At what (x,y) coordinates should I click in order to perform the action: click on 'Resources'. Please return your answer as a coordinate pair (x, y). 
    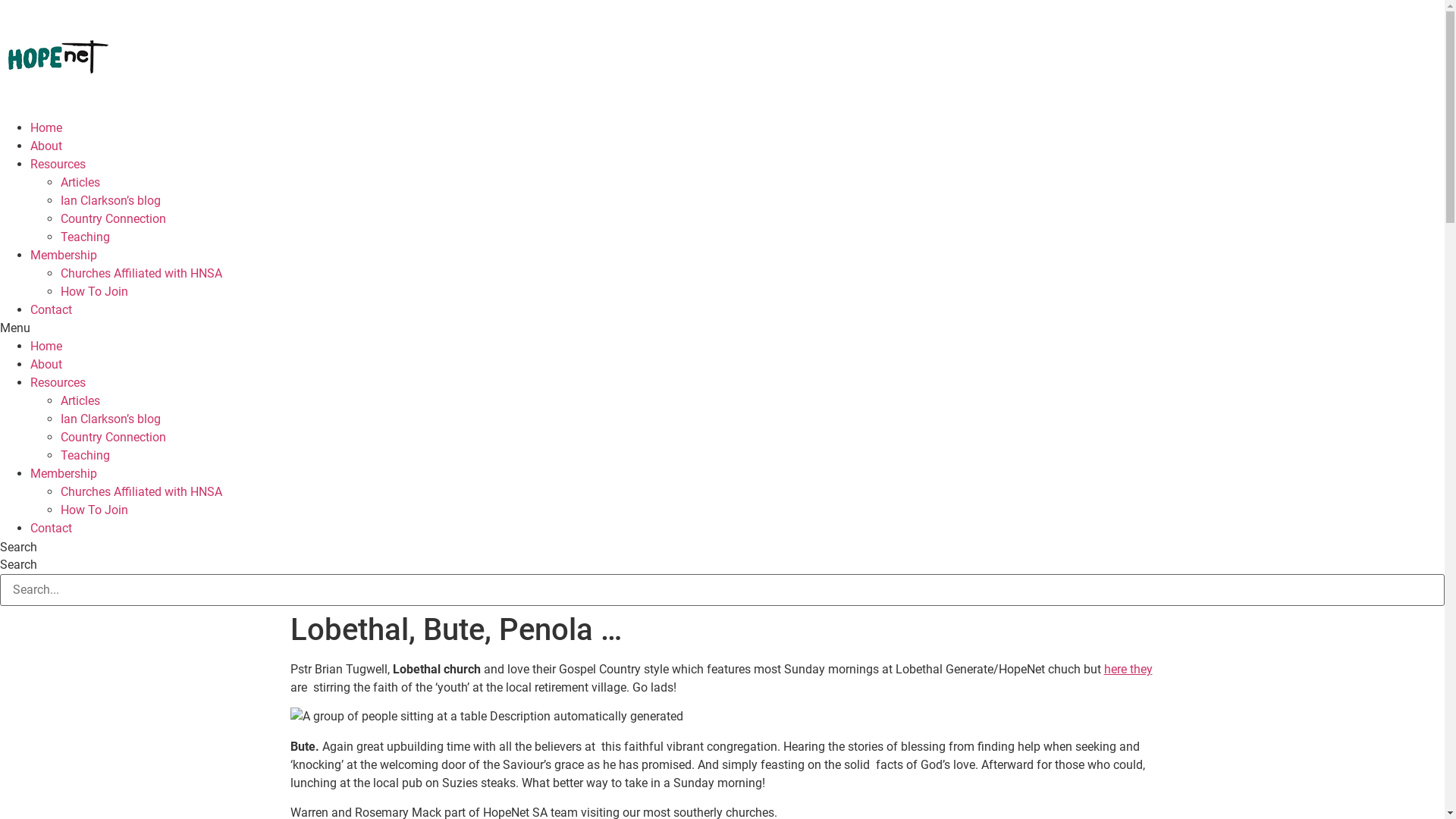
    Looking at the image, I should click on (58, 164).